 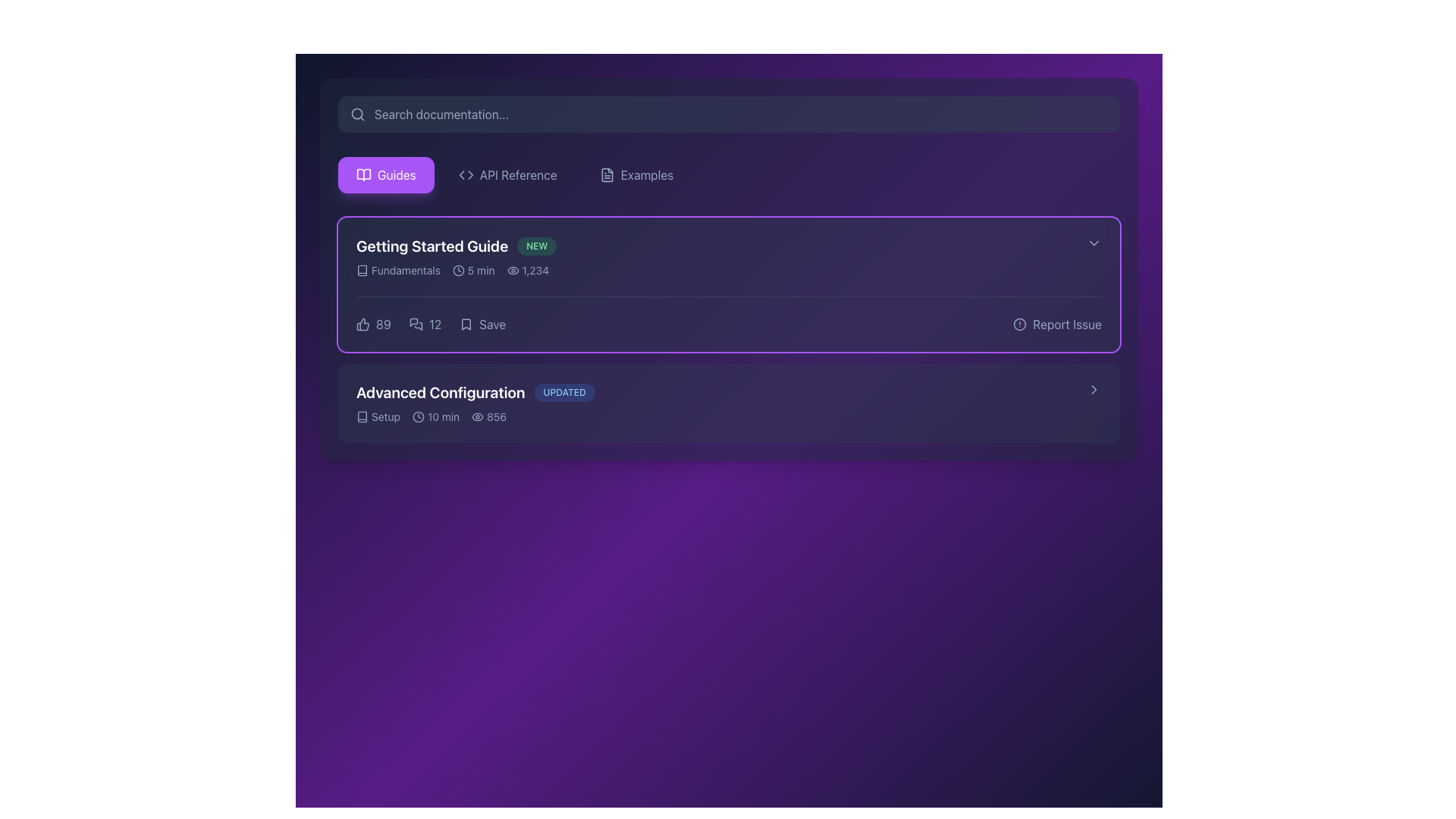 I want to click on the 'Guides' button that contains the decorative open book icon, located near the top-left corner of the layout, so click(x=364, y=174).